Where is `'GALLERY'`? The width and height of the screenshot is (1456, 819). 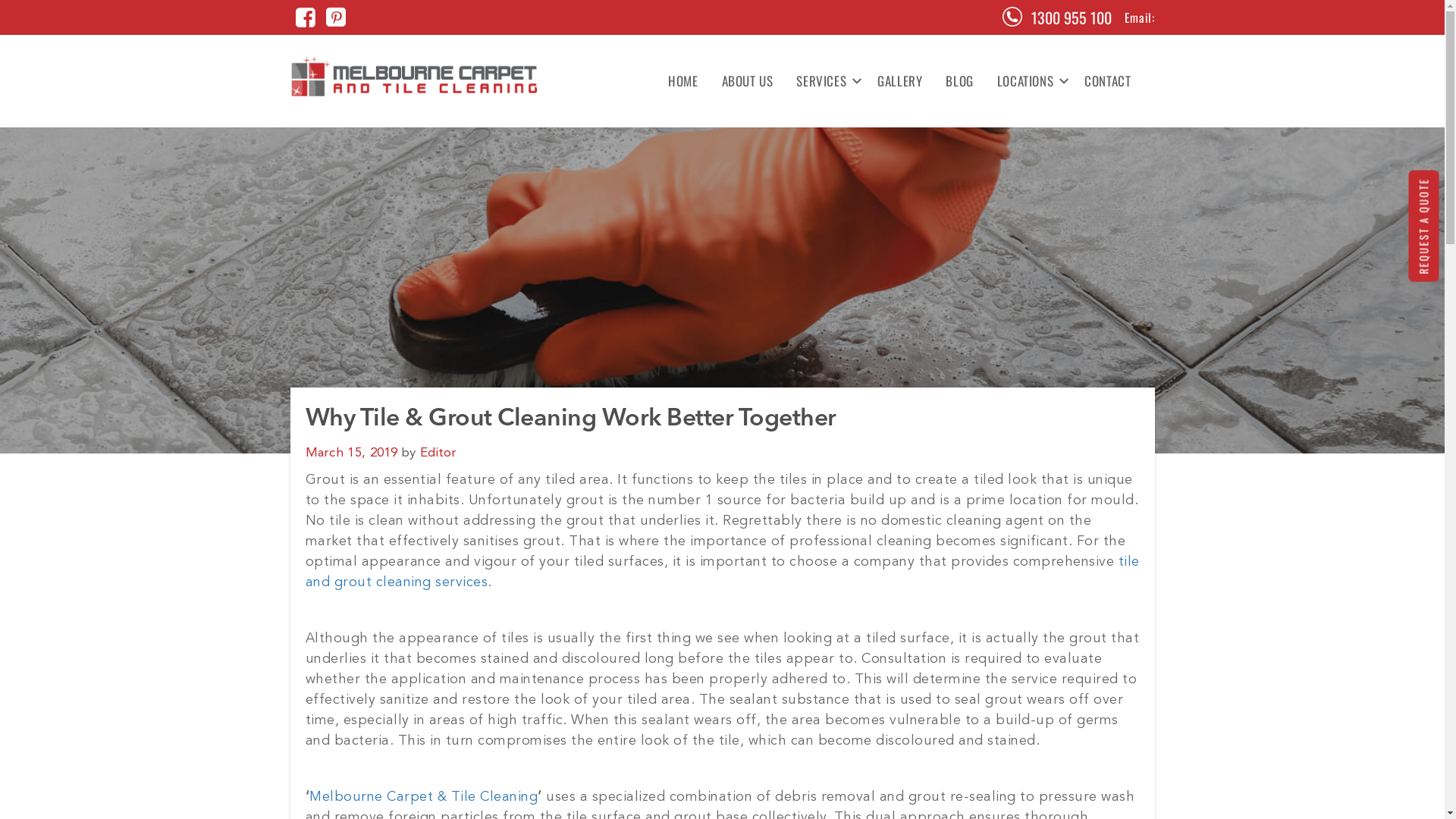 'GALLERY' is located at coordinates (899, 81).